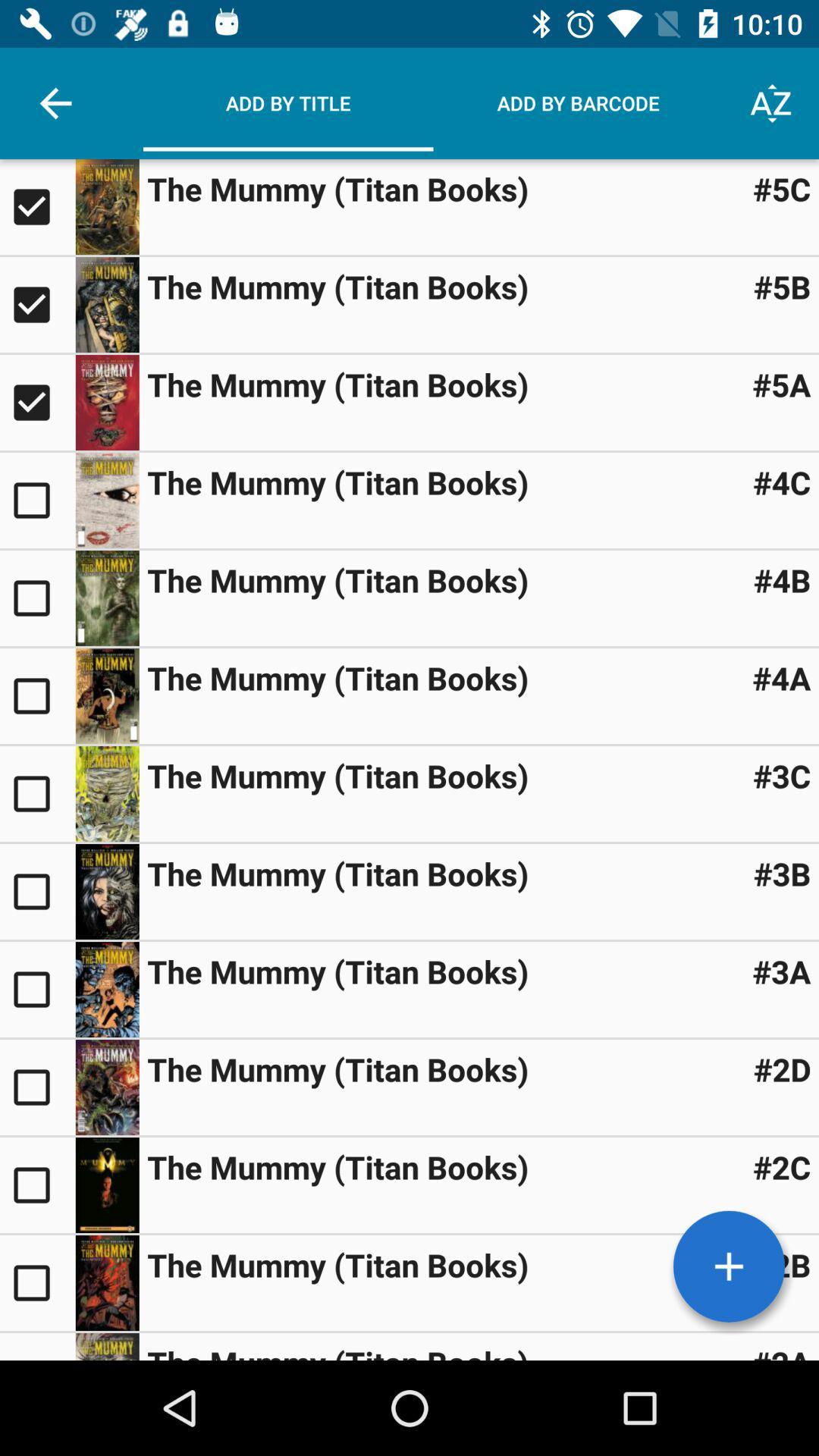 This screenshot has height=1456, width=819. What do you see at coordinates (782, 481) in the screenshot?
I see `item to the right of the the mummy titan item` at bounding box center [782, 481].